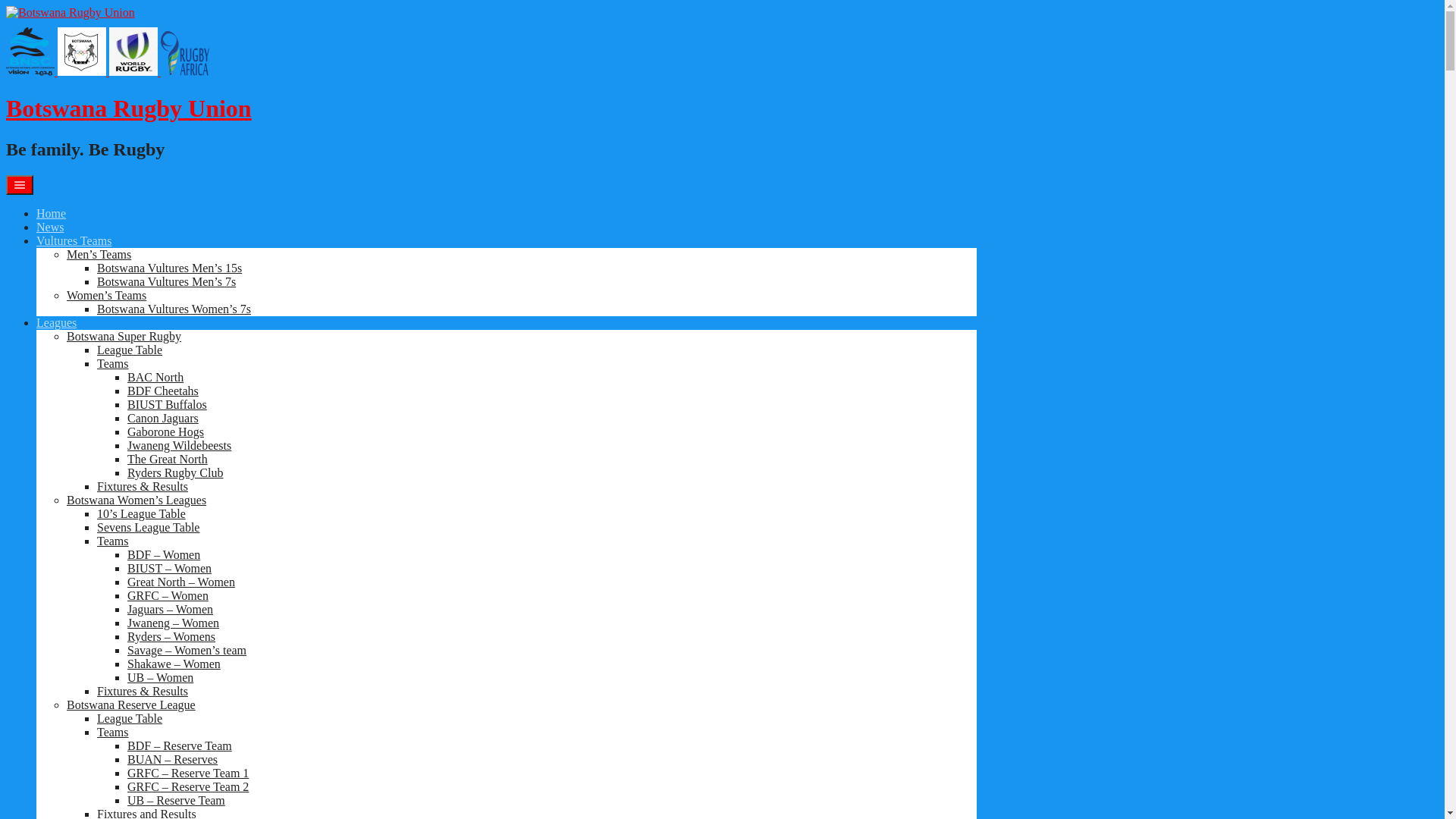 Image resolution: width=1456 pixels, height=819 pixels. What do you see at coordinates (160, 52) in the screenshot?
I see `'Rugby Africa'` at bounding box center [160, 52].